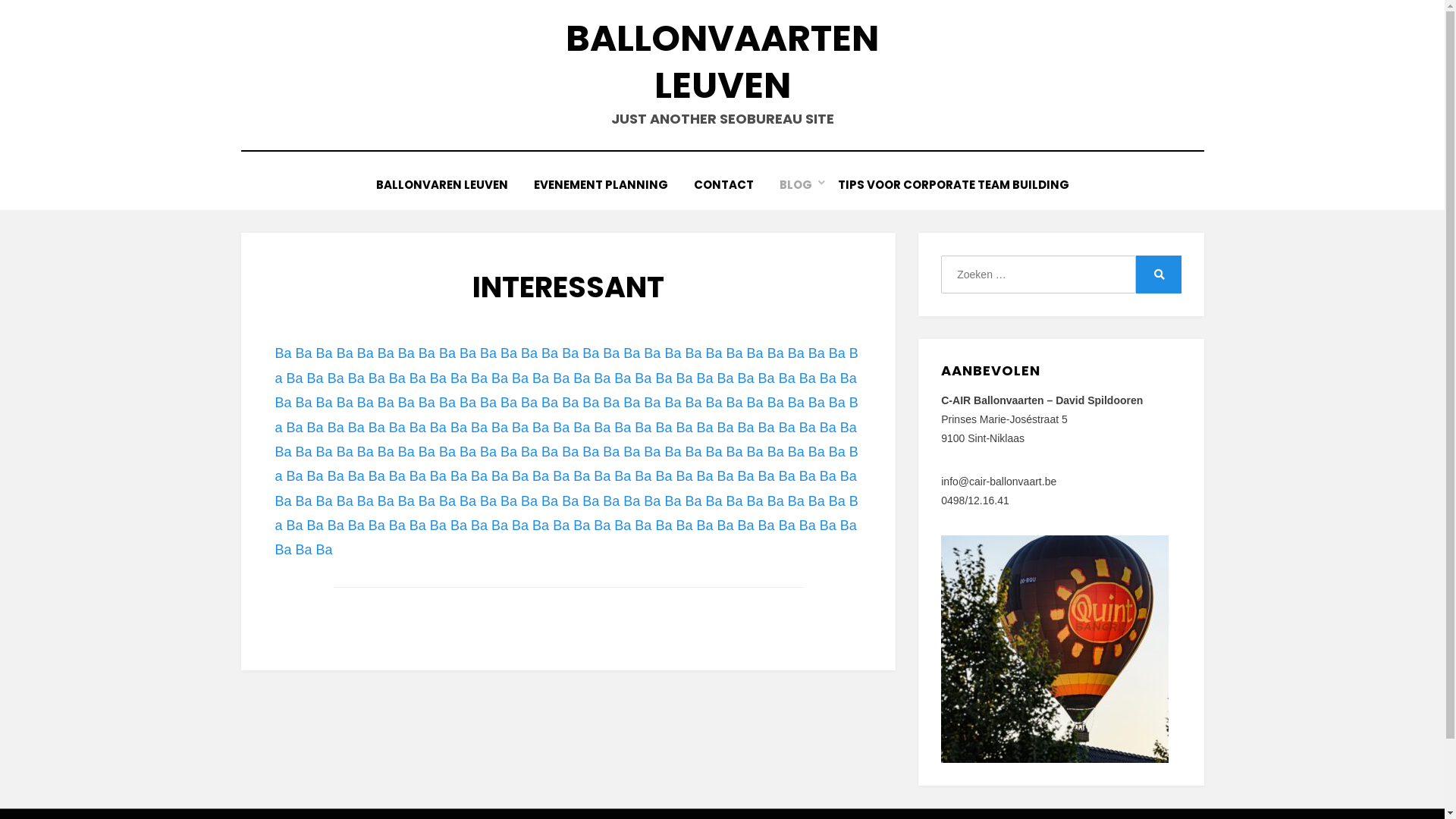 The image size is (1456, 819). Describe the element at coordinates (786, 427) in the screenshot. I see `'Ba'` at that location.